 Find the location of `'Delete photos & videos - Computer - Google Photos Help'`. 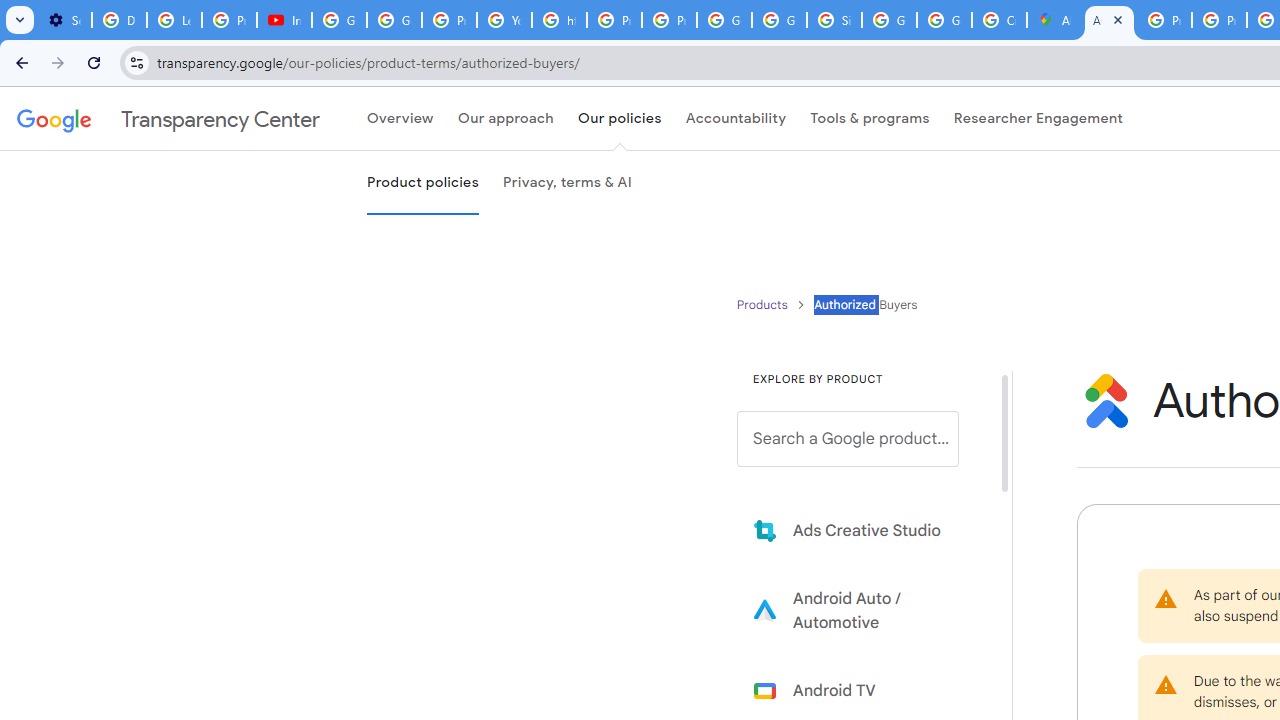

'Delete photos & videos - Computer - Google Photos Help' is located at coordinates (118, 20).